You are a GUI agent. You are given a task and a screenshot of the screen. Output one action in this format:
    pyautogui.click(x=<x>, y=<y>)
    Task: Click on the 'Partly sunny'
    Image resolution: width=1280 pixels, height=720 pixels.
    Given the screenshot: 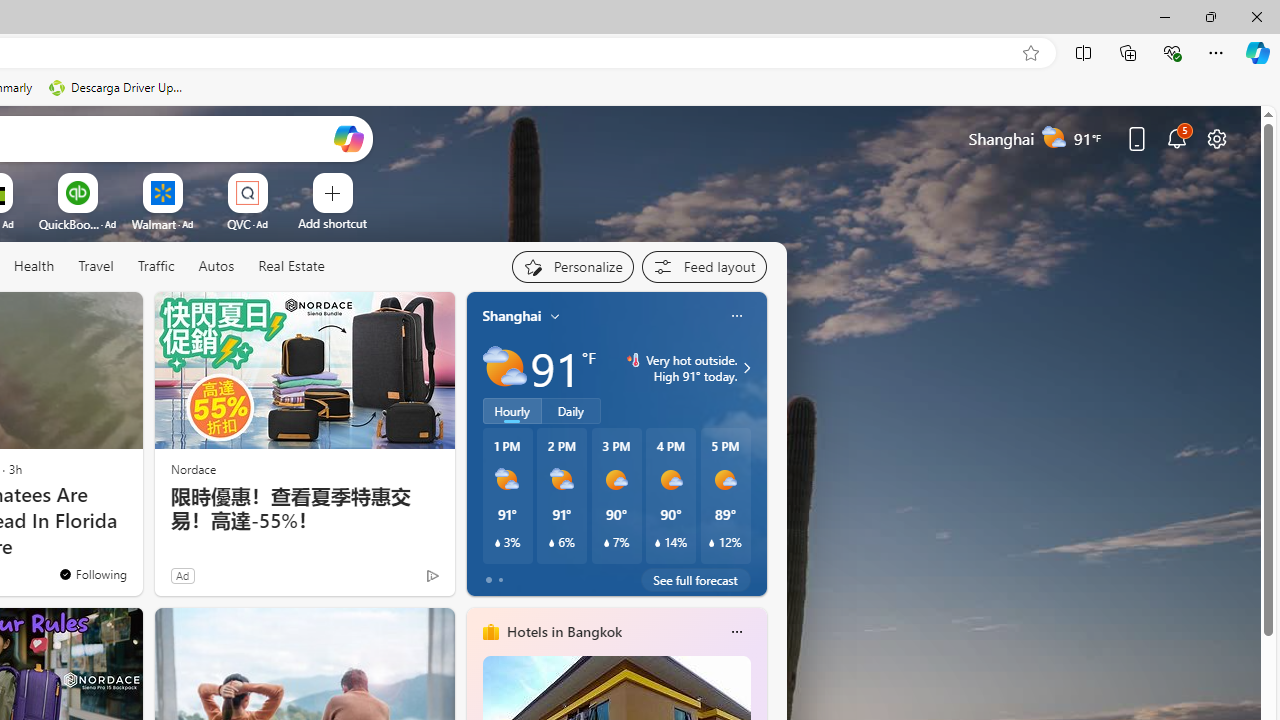 What is the action you would take?
    pyautogui.click(x=504, y=368)
    